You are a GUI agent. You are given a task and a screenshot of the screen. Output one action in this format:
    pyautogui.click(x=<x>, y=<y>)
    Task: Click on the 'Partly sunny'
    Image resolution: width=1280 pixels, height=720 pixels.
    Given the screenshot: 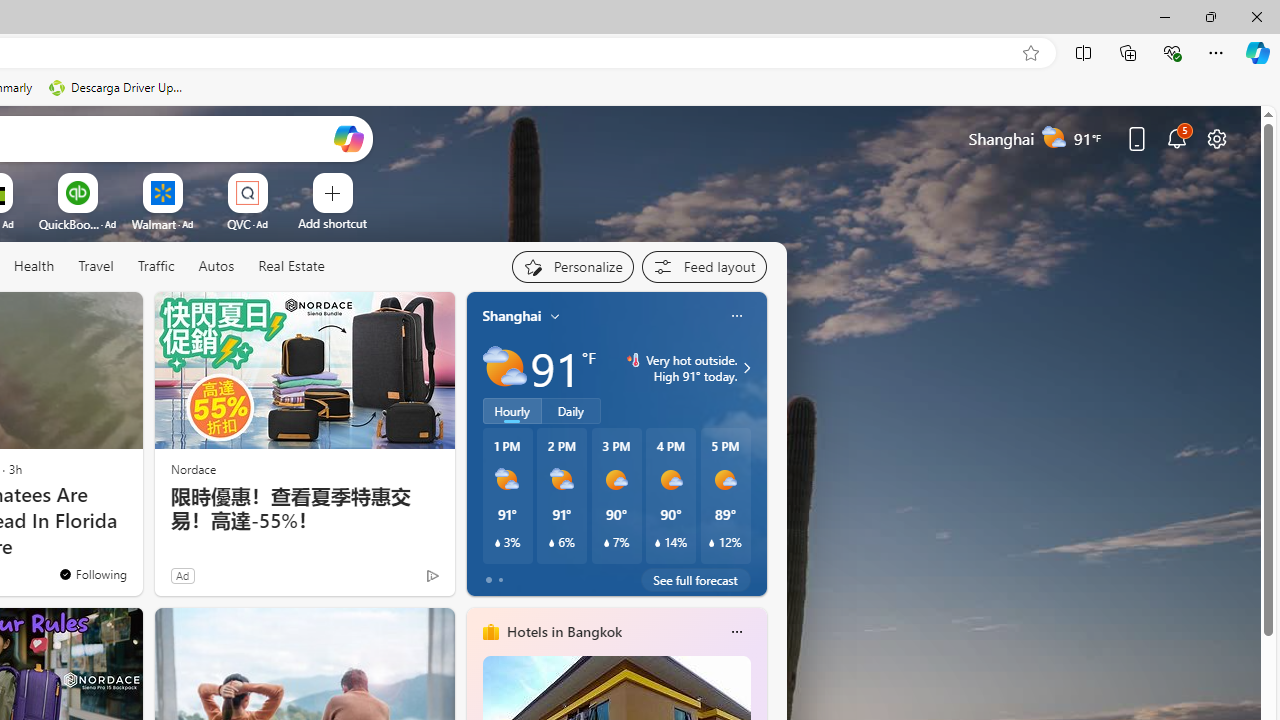 What is the action you would take?
    pyautogui.click(x=504, y=368)
    